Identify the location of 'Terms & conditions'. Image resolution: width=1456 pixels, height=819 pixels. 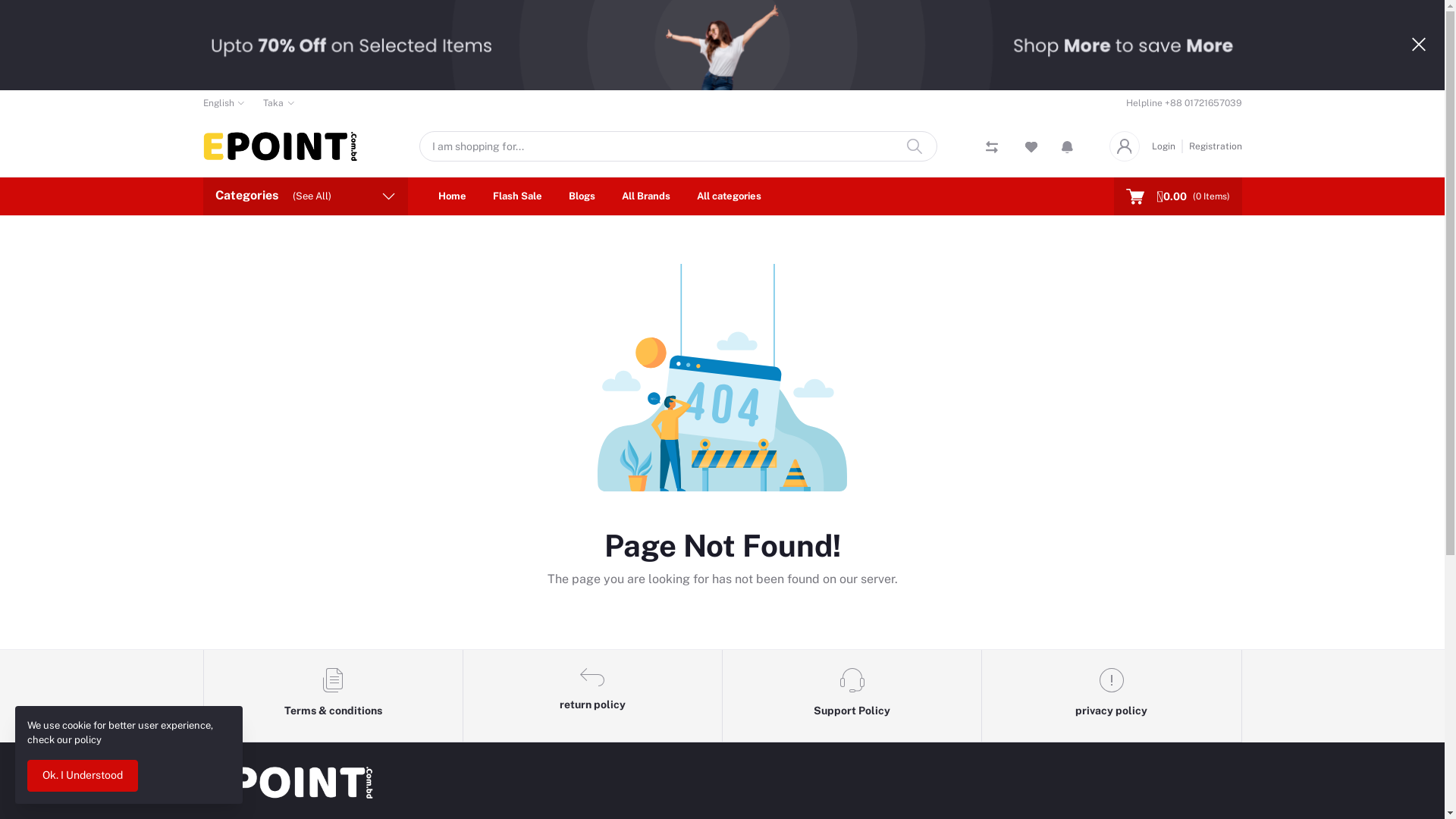
(331, 696).